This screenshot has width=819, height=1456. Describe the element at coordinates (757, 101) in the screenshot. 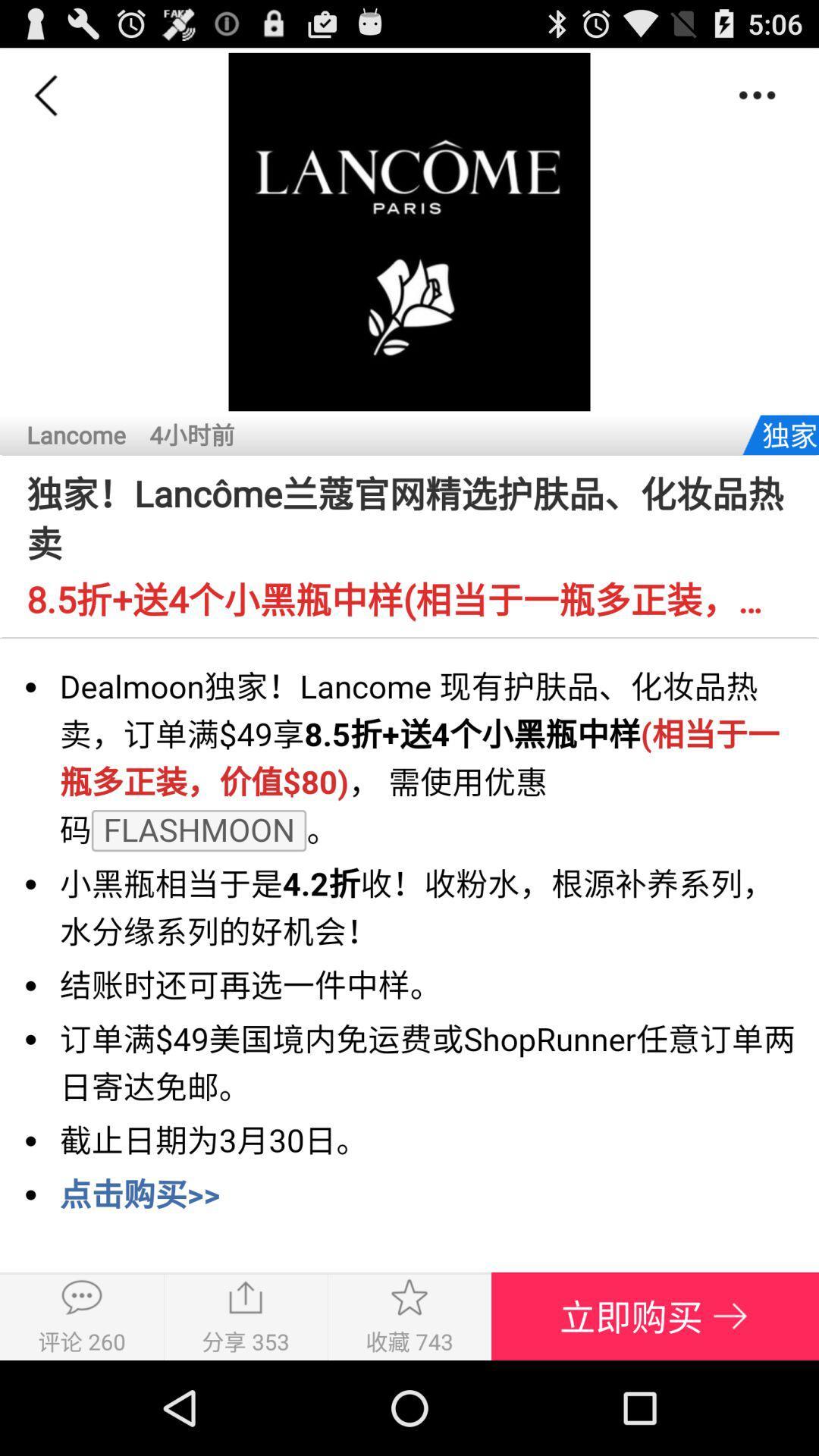

I see `the more icon` at that location.